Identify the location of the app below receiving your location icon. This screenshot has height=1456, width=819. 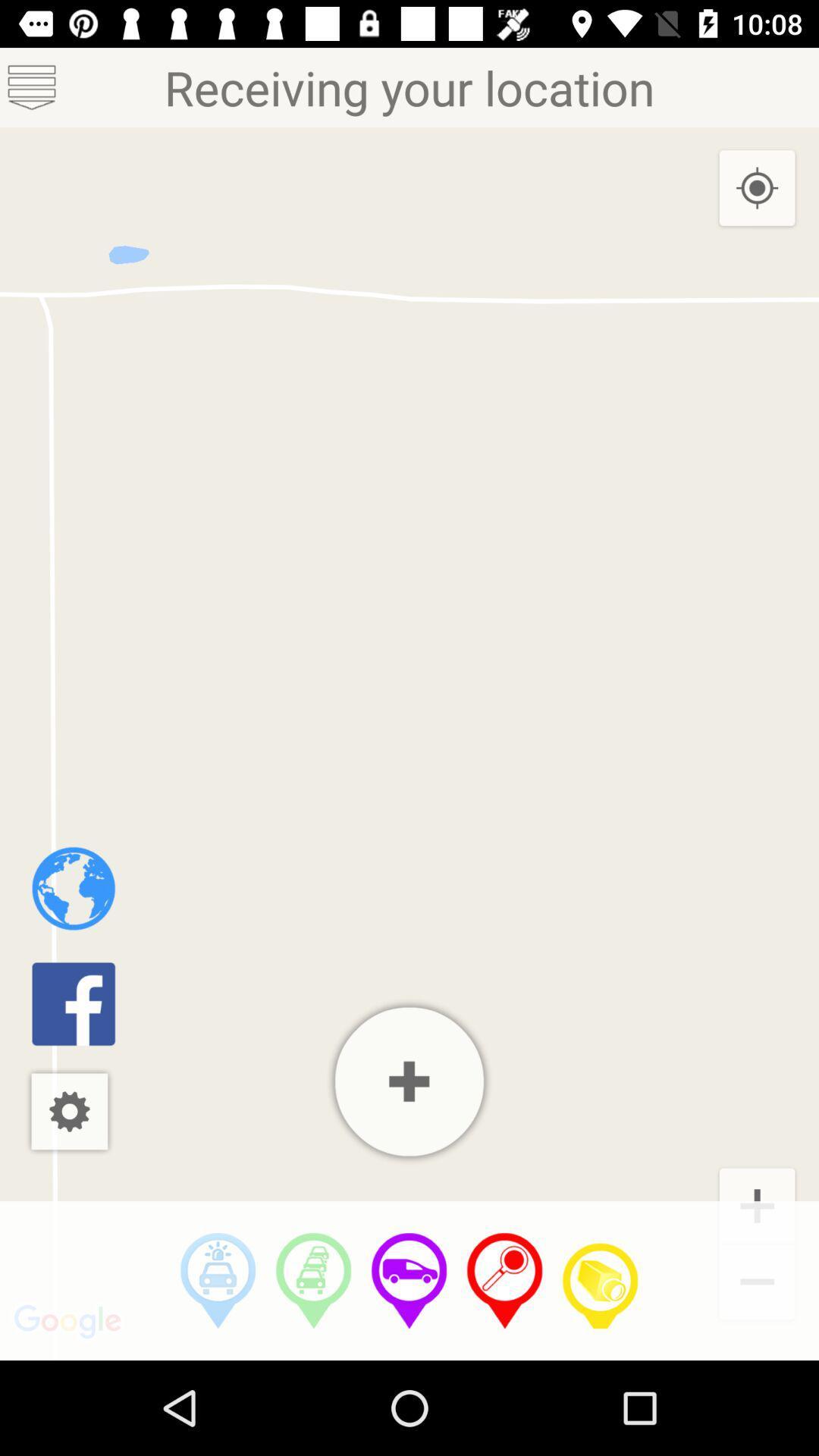
(599, 1280).